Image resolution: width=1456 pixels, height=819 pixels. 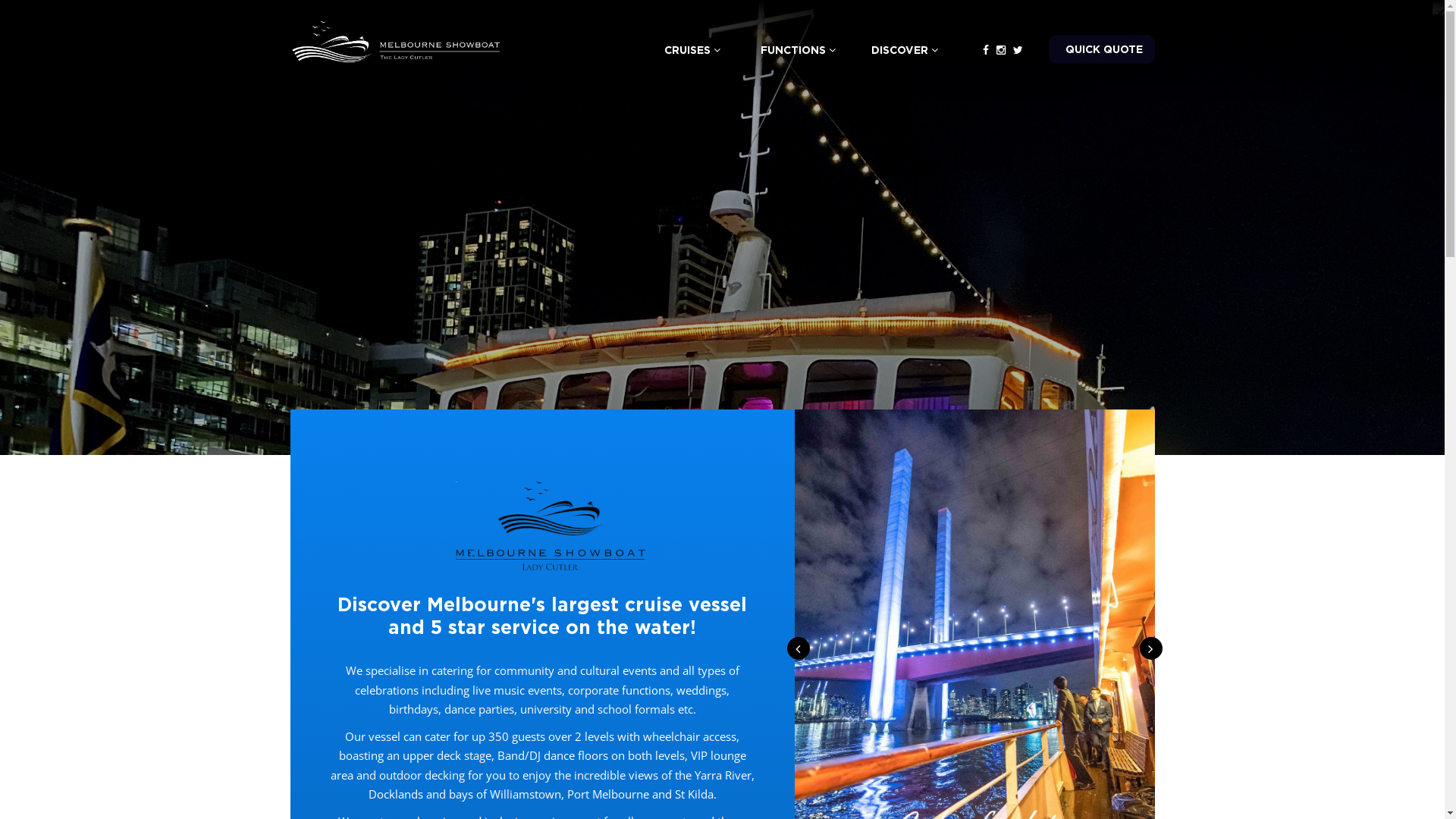 I want to click on 'QUICK QUOTE', so click(x=1047, y=49).